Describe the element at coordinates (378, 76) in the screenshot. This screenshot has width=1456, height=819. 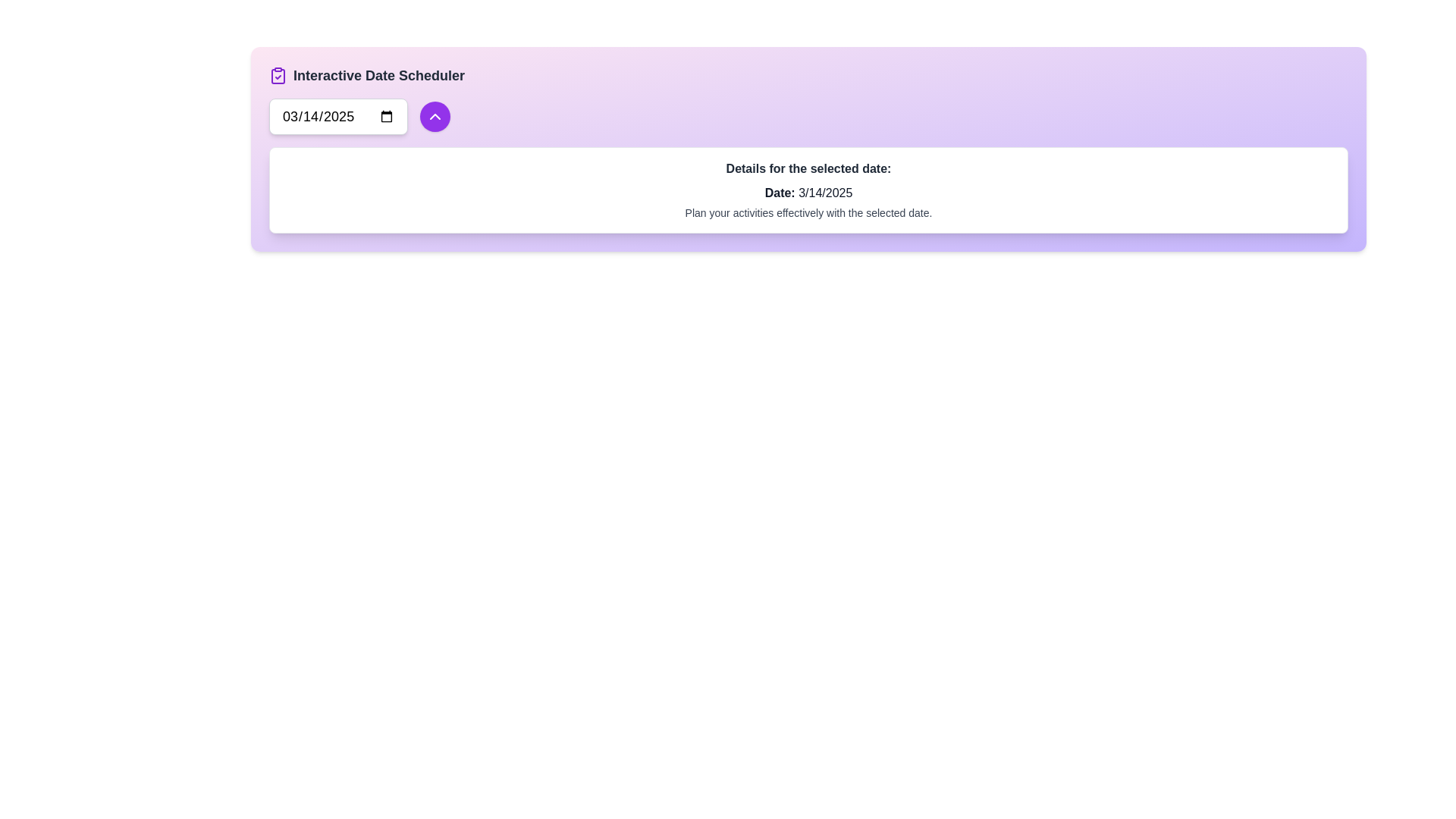
I see `the non-interactive text label that identifies the section as 'Interactive Date Scheduler', located immediately to the right of a purple clipboard icon with a checkmark` at that location.